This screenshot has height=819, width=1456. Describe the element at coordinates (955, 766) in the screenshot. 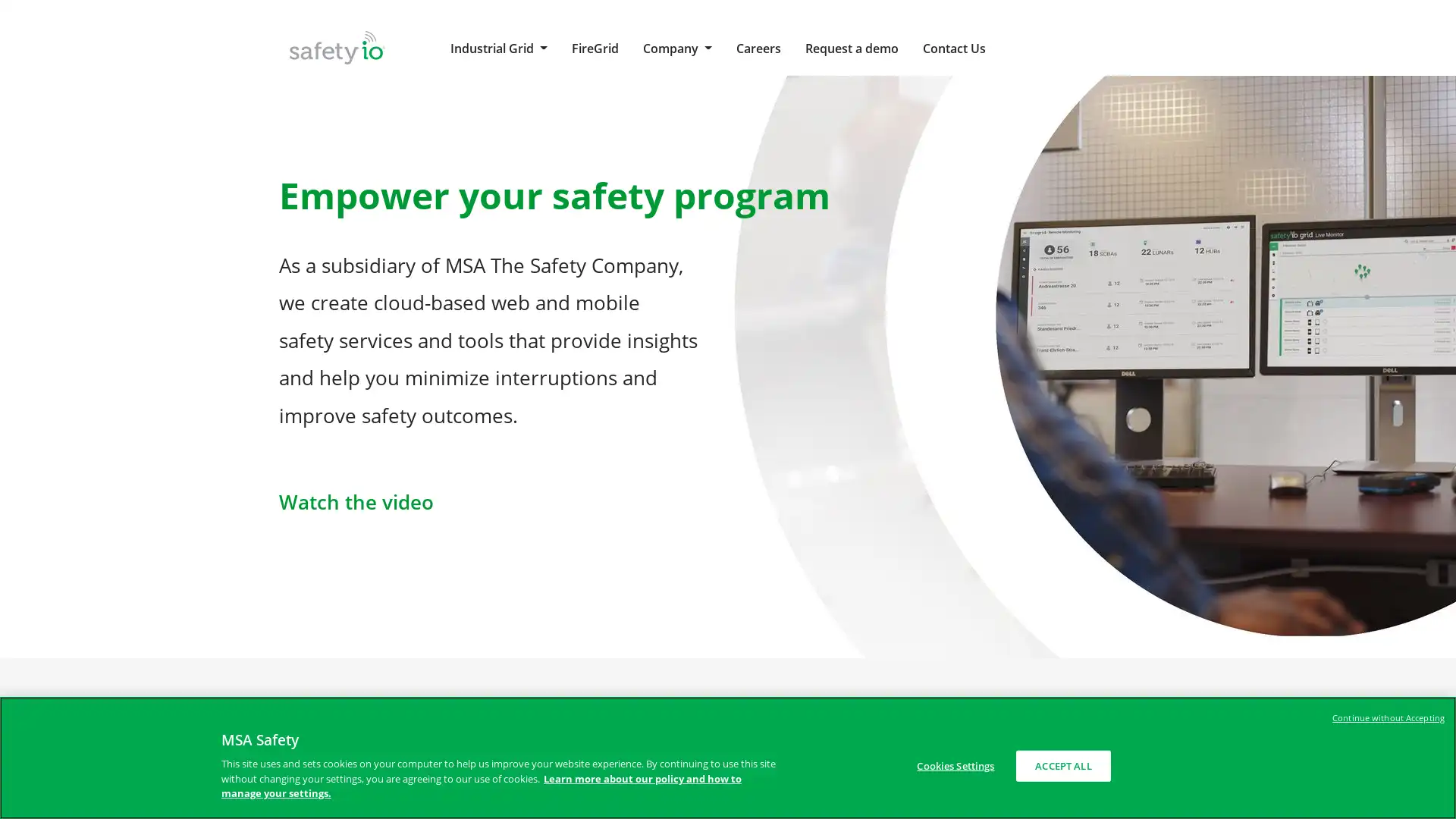

I see `Cookies Settings` at that location.